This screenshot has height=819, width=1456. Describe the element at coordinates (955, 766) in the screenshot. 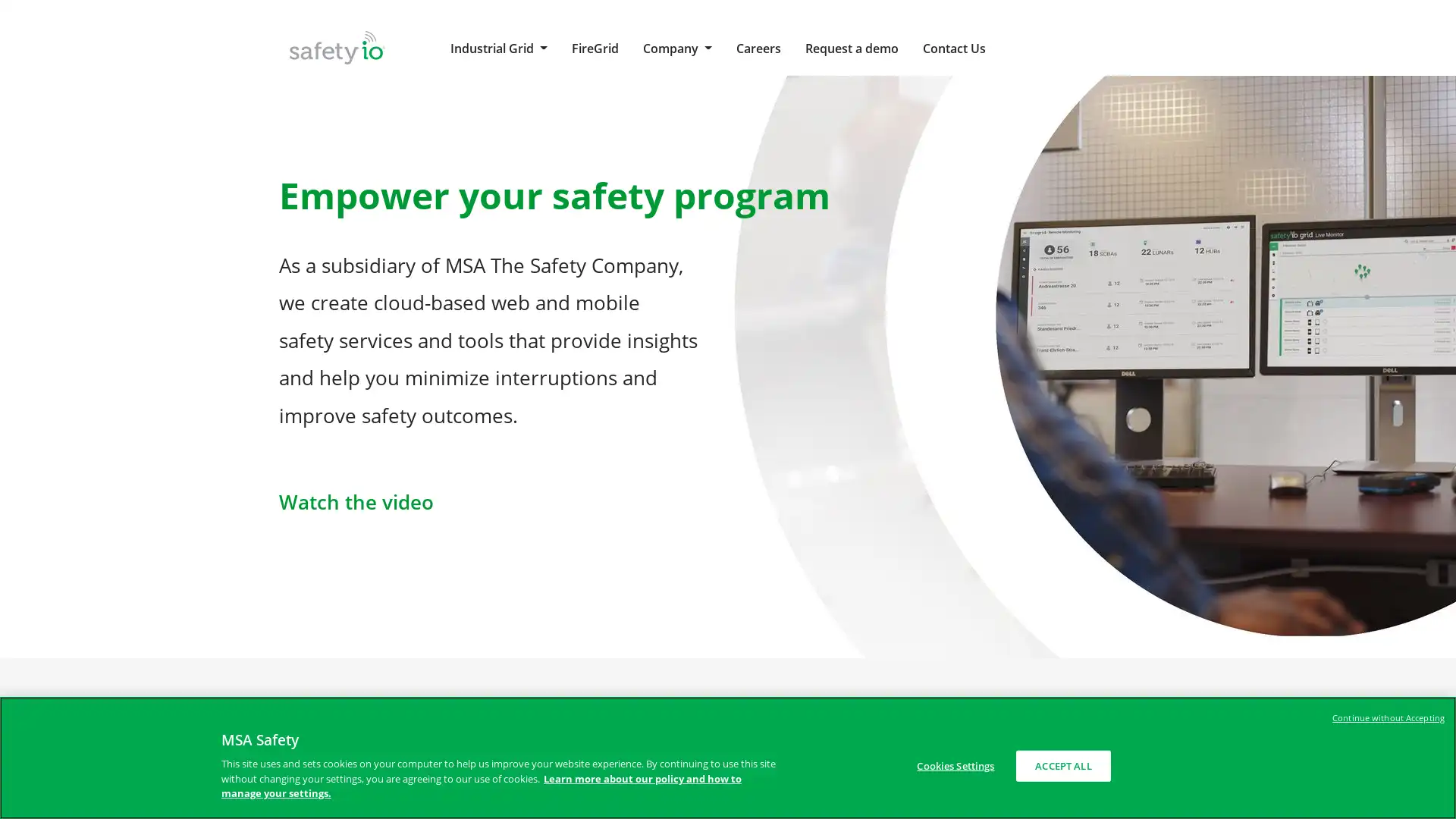

I see `Cookies Settings` at that location.